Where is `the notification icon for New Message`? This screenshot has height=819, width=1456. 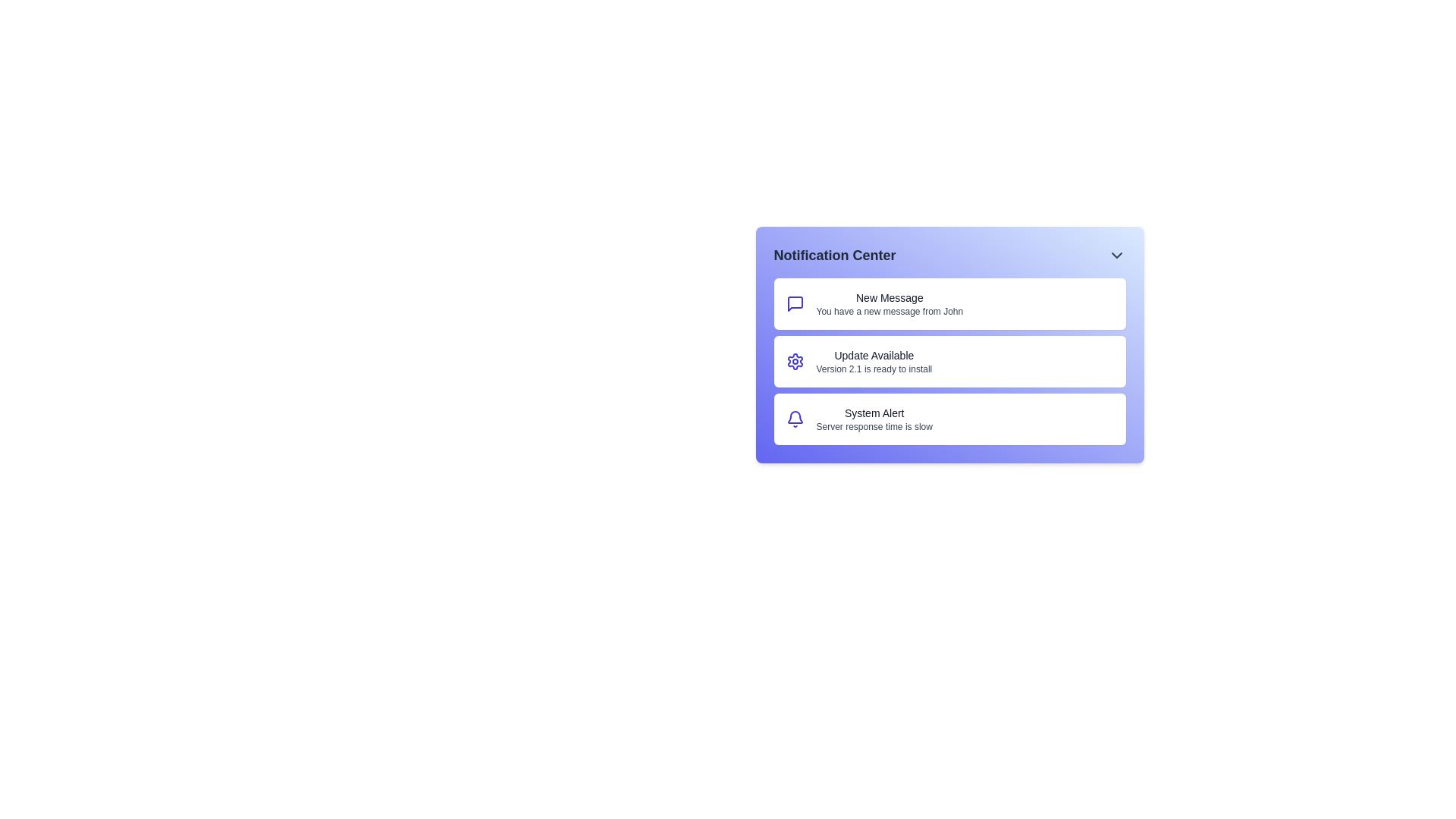 the notification icon for New Message is located at coordinates (794, 304).